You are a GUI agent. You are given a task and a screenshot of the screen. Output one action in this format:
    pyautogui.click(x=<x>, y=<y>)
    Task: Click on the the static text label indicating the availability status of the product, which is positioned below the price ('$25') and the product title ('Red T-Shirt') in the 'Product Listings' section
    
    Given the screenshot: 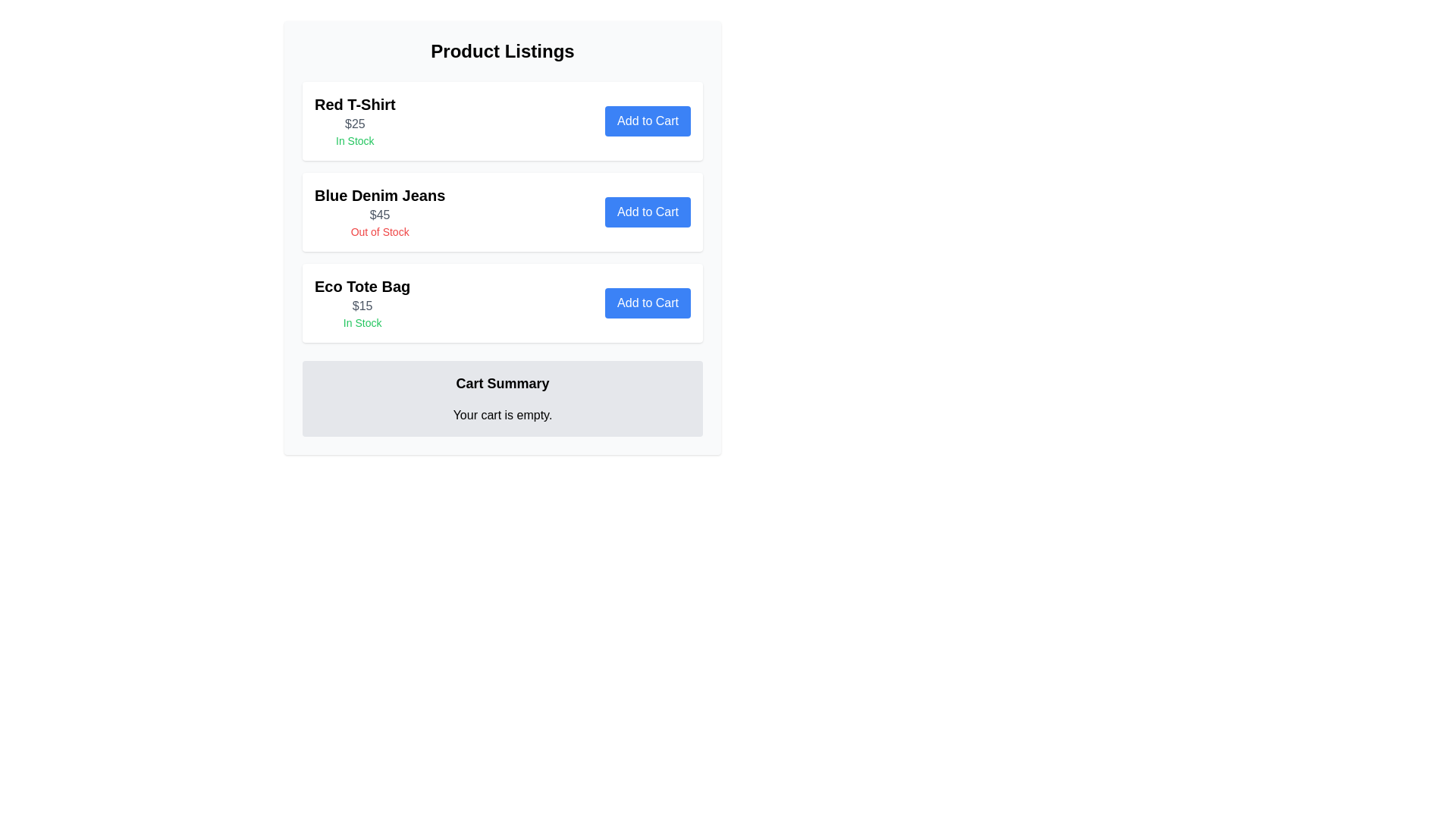 What is the action you would take?
    pyautogui.click(x=354, y=140)
    